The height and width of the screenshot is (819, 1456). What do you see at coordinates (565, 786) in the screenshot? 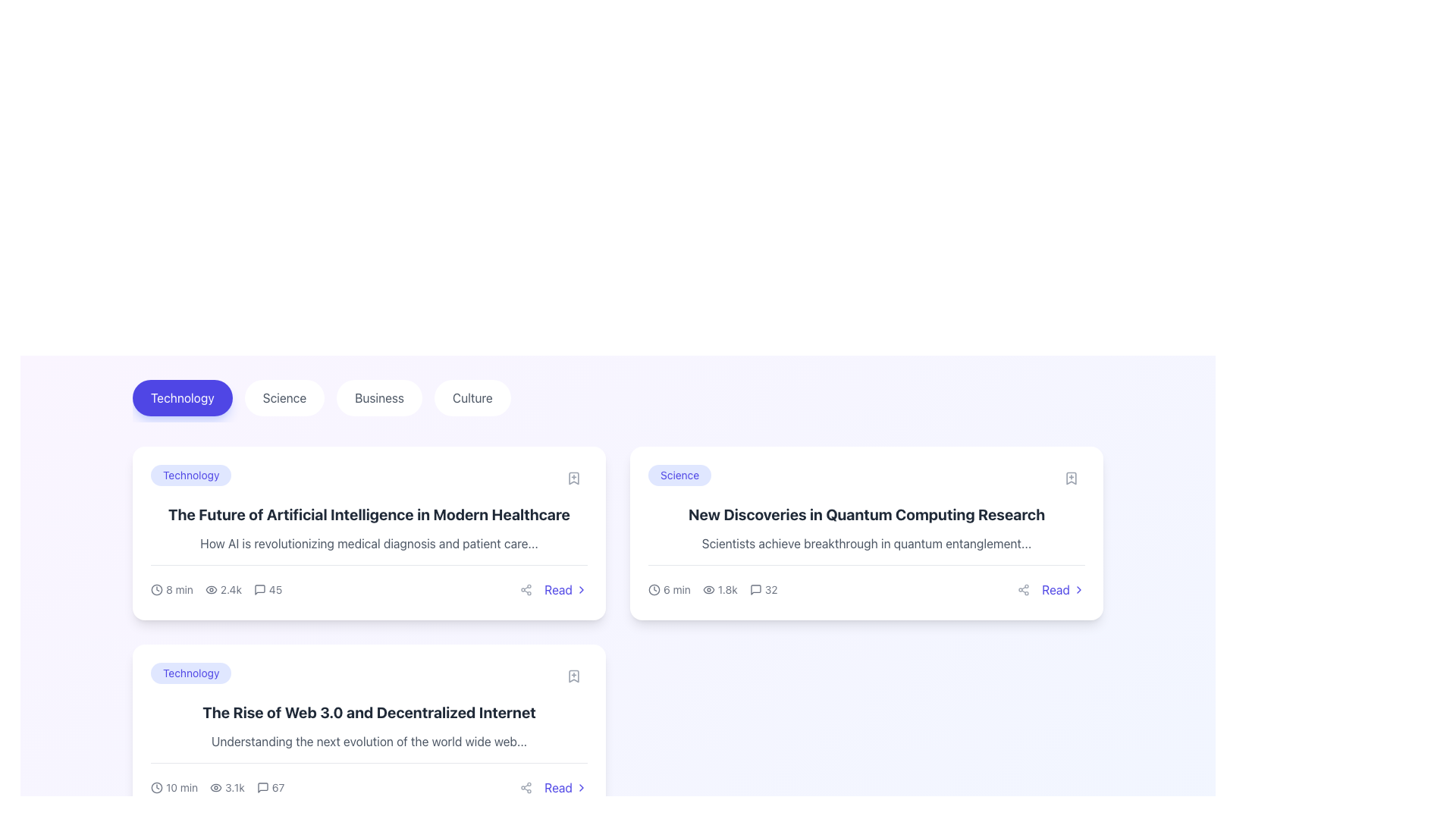
I see `the 'Read' button located at the bottom right corner of an article preview card` at bounding box center [565, 786].